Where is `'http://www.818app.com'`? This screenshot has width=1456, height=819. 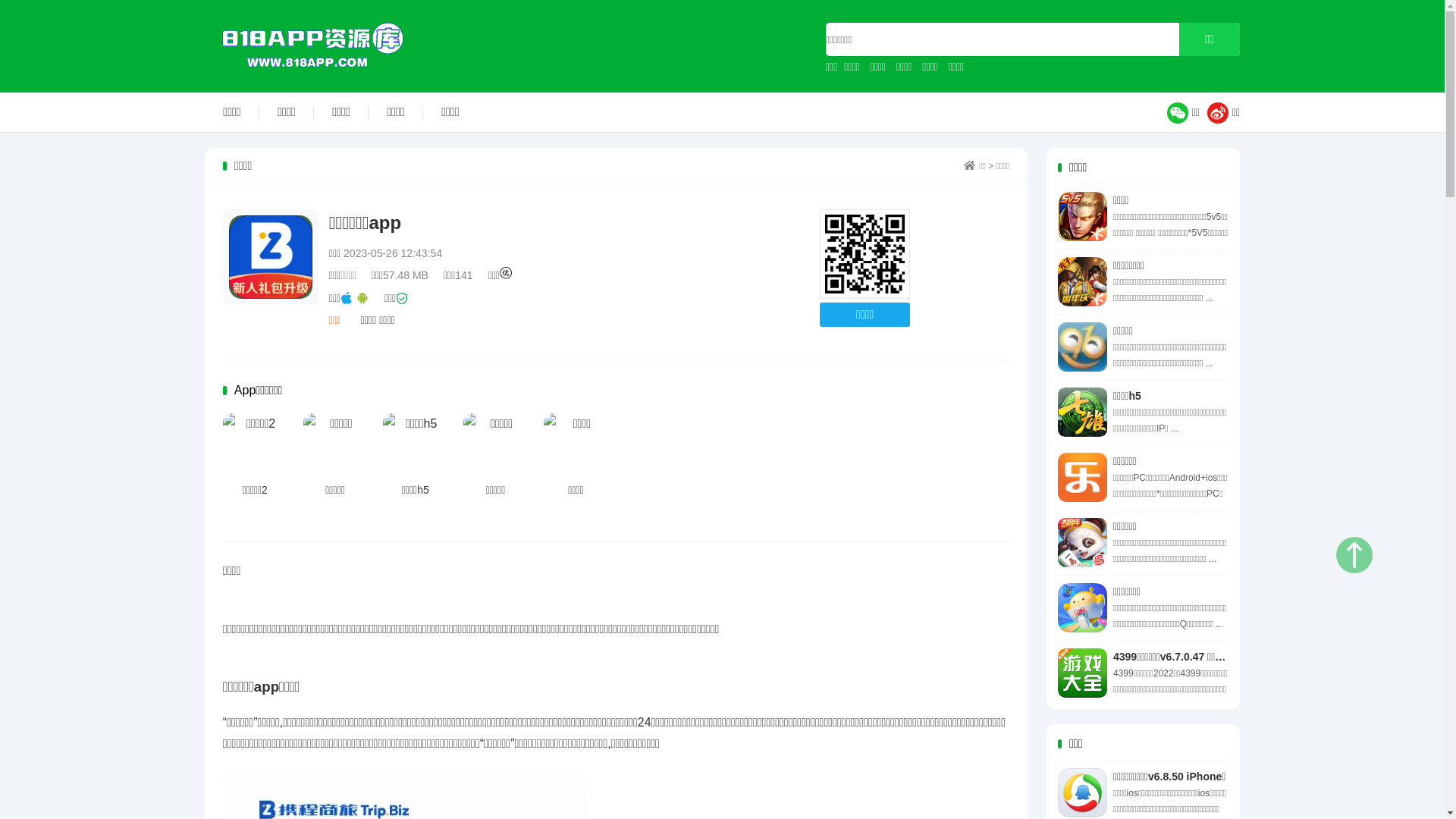
'http://www.818app.com' is located at coordinates (864, 253).